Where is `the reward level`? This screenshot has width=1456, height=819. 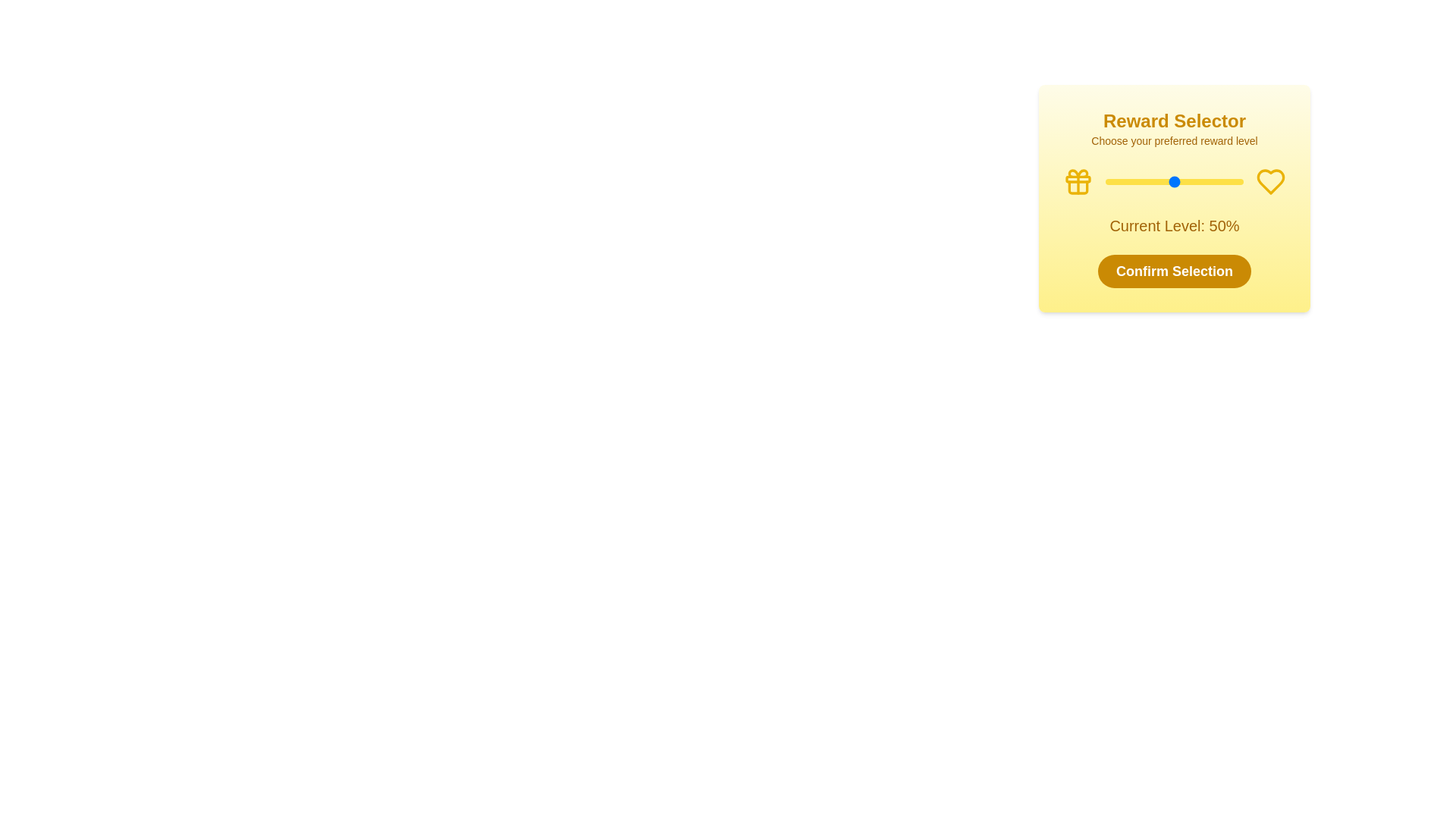 the reward level is located at coordinates (1128, 180).